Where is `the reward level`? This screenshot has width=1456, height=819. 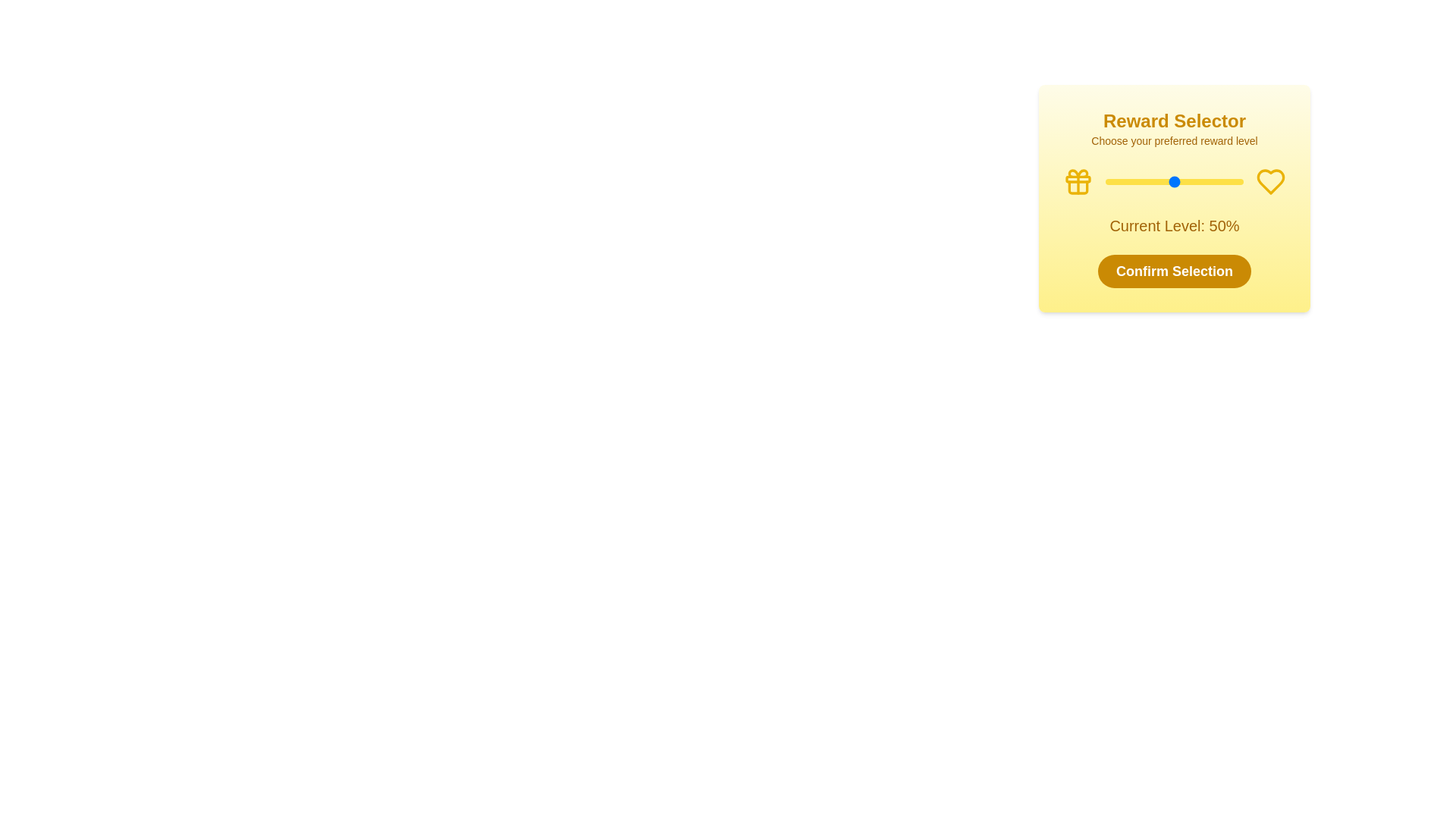 the reward level is located at coordinates (1128, 180).